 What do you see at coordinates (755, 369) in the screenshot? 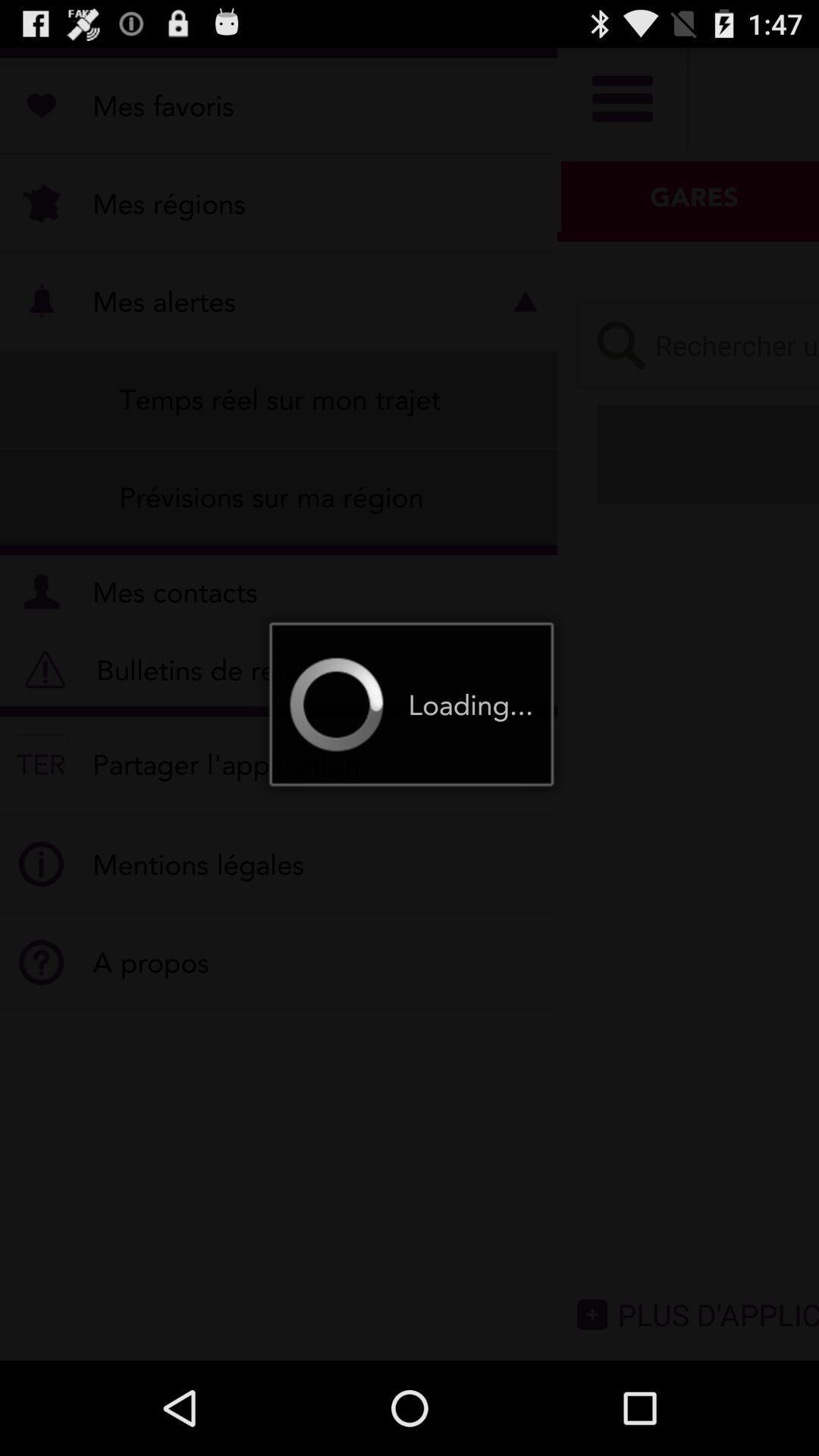
I see `the star icon` at bounding box center [755, 369].